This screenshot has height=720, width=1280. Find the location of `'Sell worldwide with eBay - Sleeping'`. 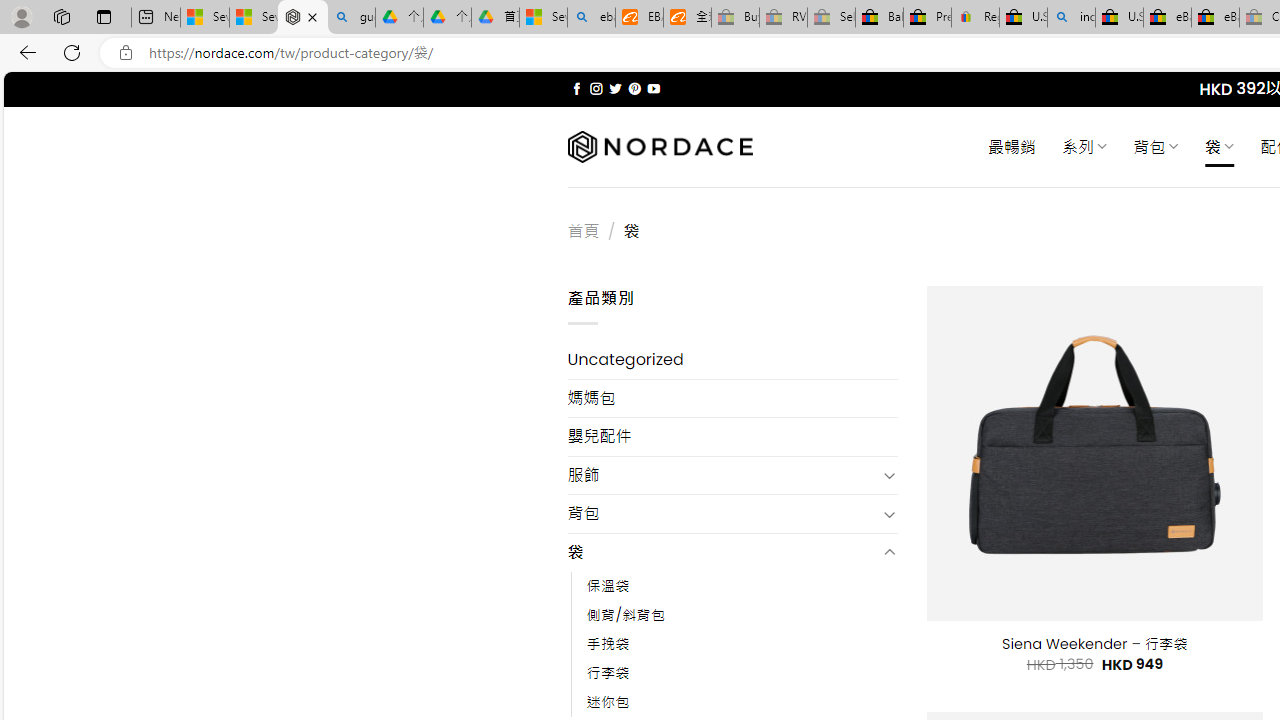

'Sell worldwide with eBay - Sleeping' is located at coordinates (831, 17).